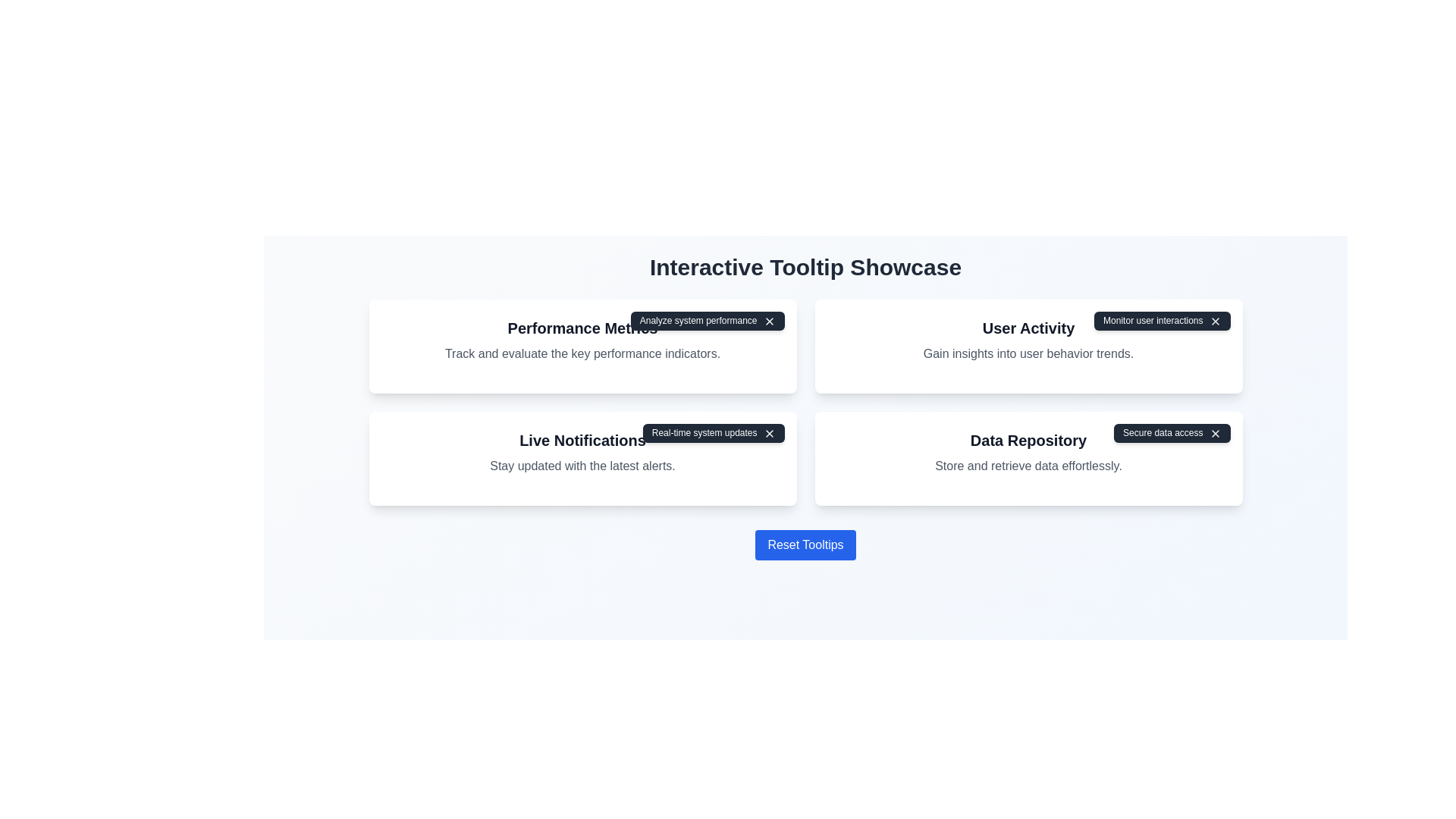  What do you see at coordinates (582, 346) in the screenshot?
I see `the 'Performance Metrics' informational card, which features a title in bold and a dark button labeled 'Analyze system performance' in the top right corner` at bounding box center [582, 346].